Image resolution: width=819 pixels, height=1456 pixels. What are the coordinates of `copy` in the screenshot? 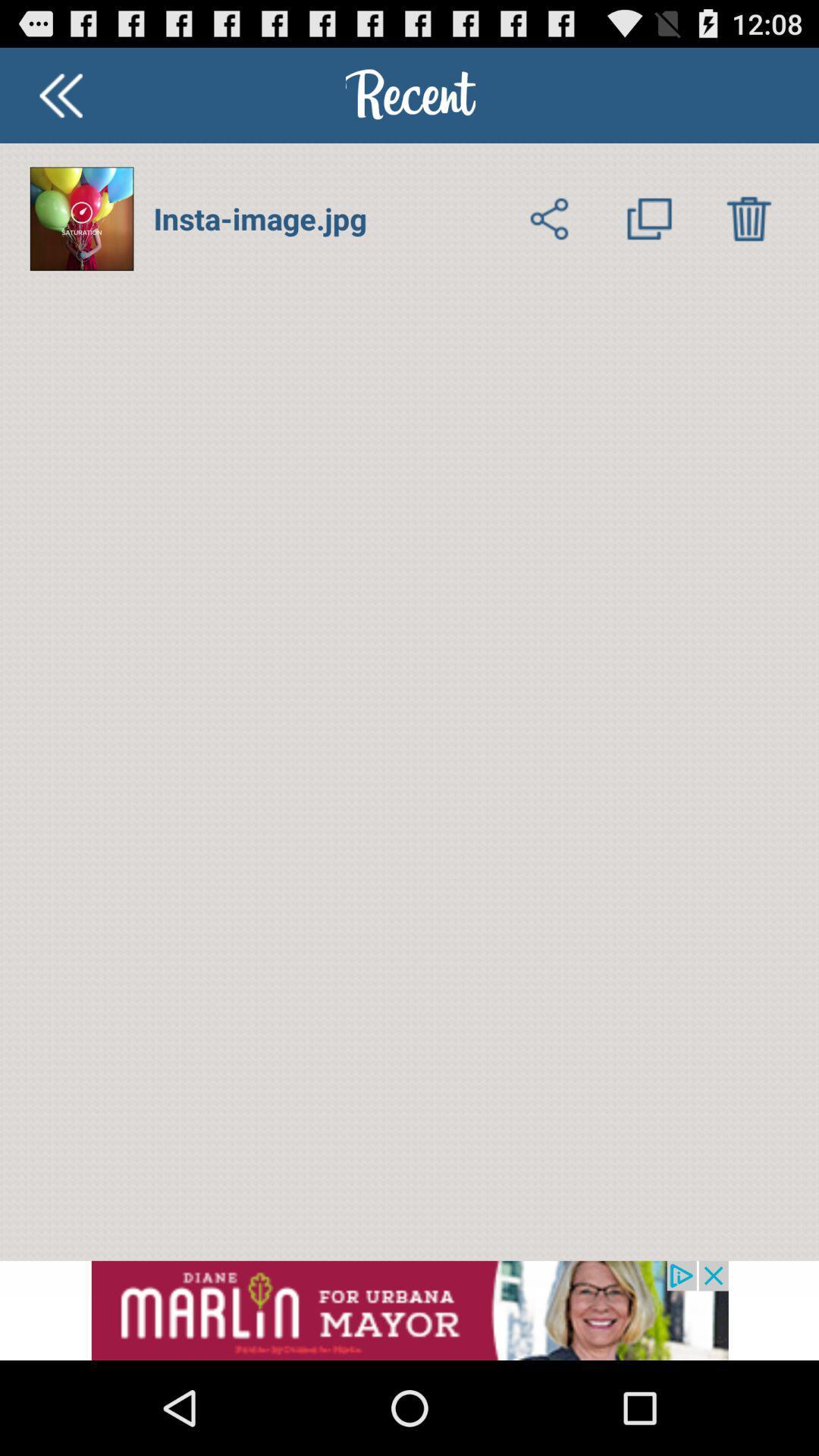 It's located at (648, 218).